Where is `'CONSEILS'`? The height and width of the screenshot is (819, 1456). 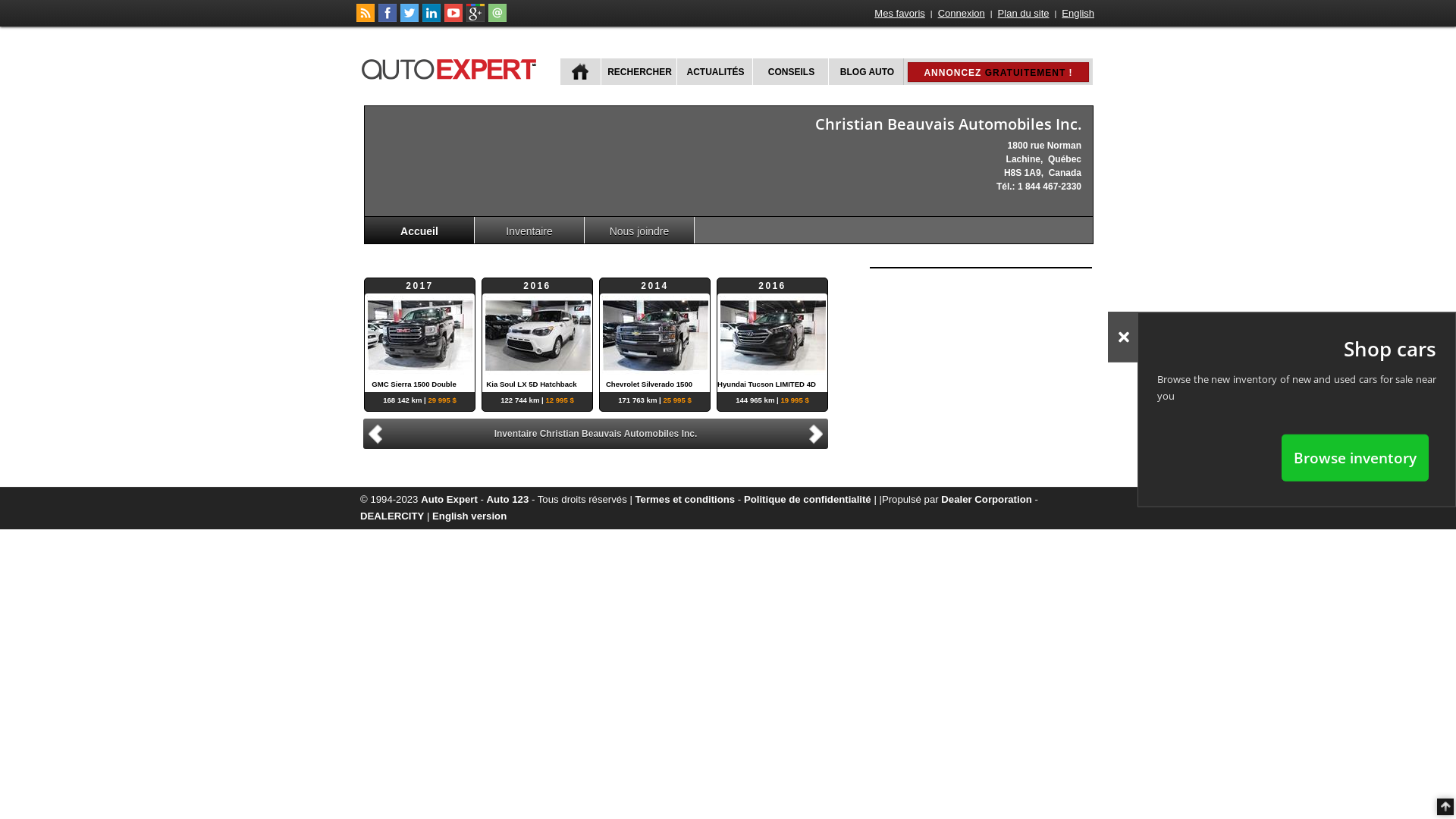
'CONSEILS' is located at coordinates (789, 71).